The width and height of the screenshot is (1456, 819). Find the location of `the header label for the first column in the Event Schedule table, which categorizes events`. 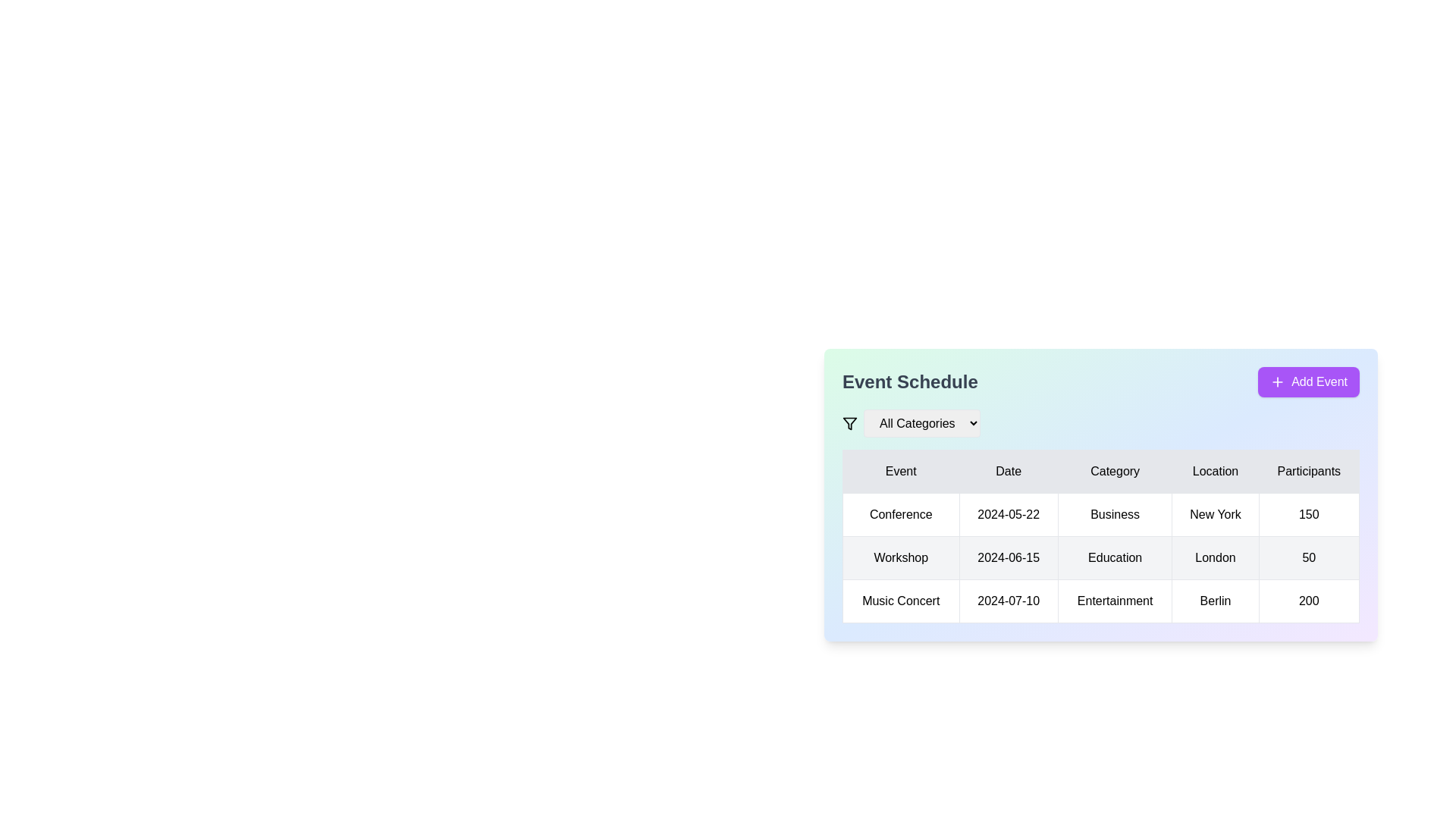

the header label for the first column in the Event Schedule table, which categorizes events is located at coordinates (901, 470).